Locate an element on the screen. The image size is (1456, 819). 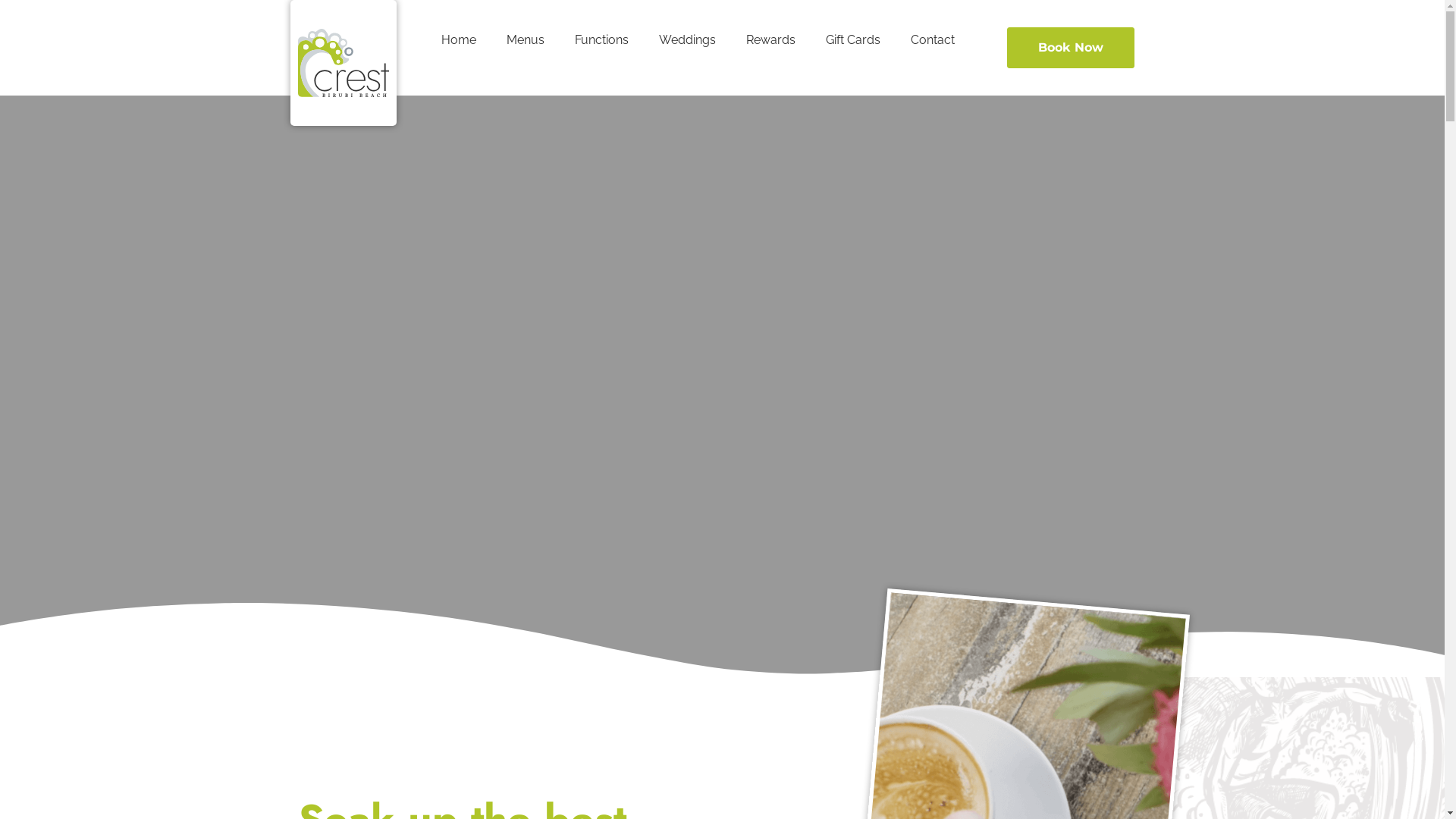
'Gift Cards' is located at coordinates (852, 39).